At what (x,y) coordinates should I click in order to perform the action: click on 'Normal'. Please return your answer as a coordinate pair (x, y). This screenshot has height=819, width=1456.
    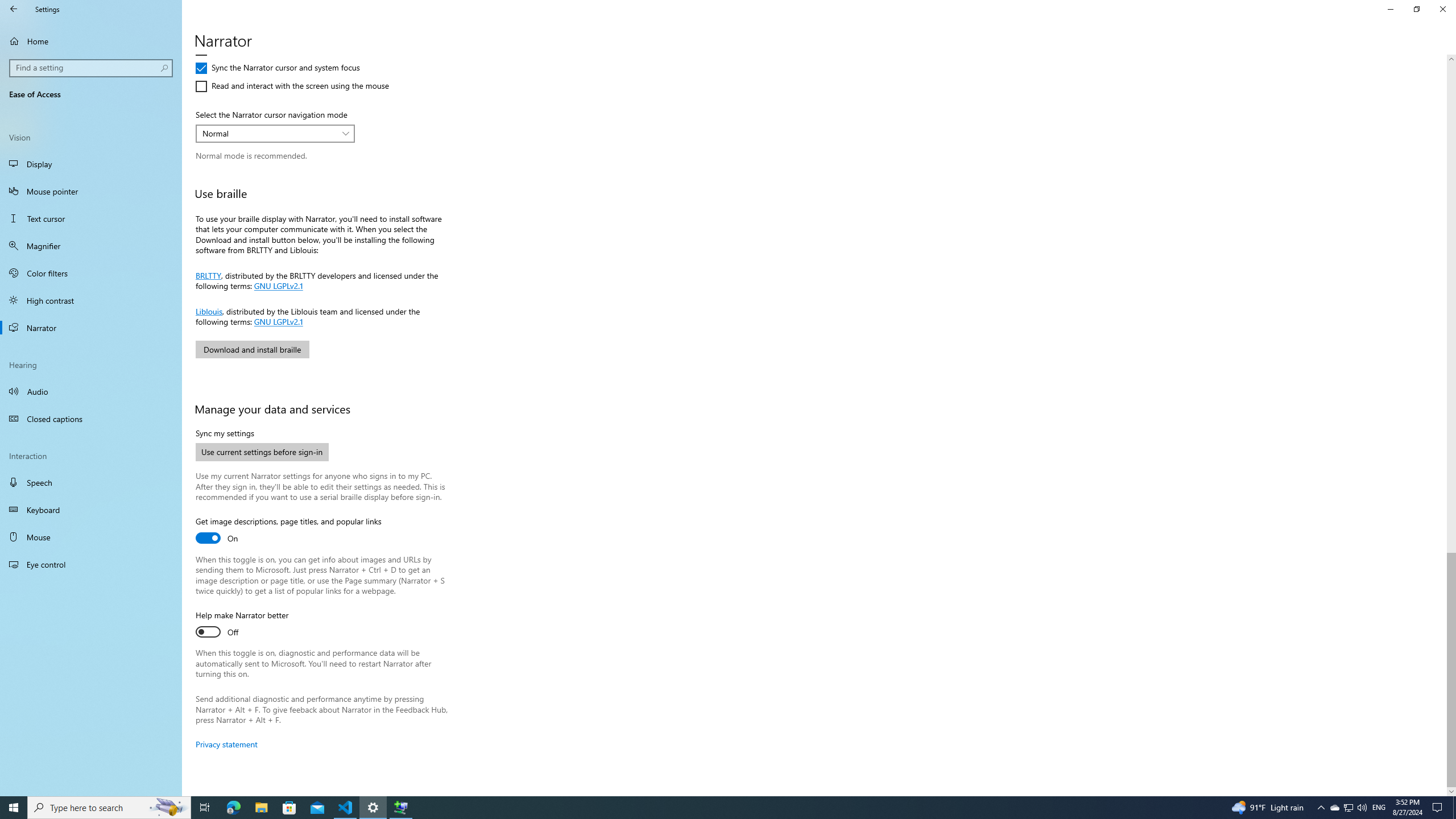
    Looking at the image, I should click on (268, 133).